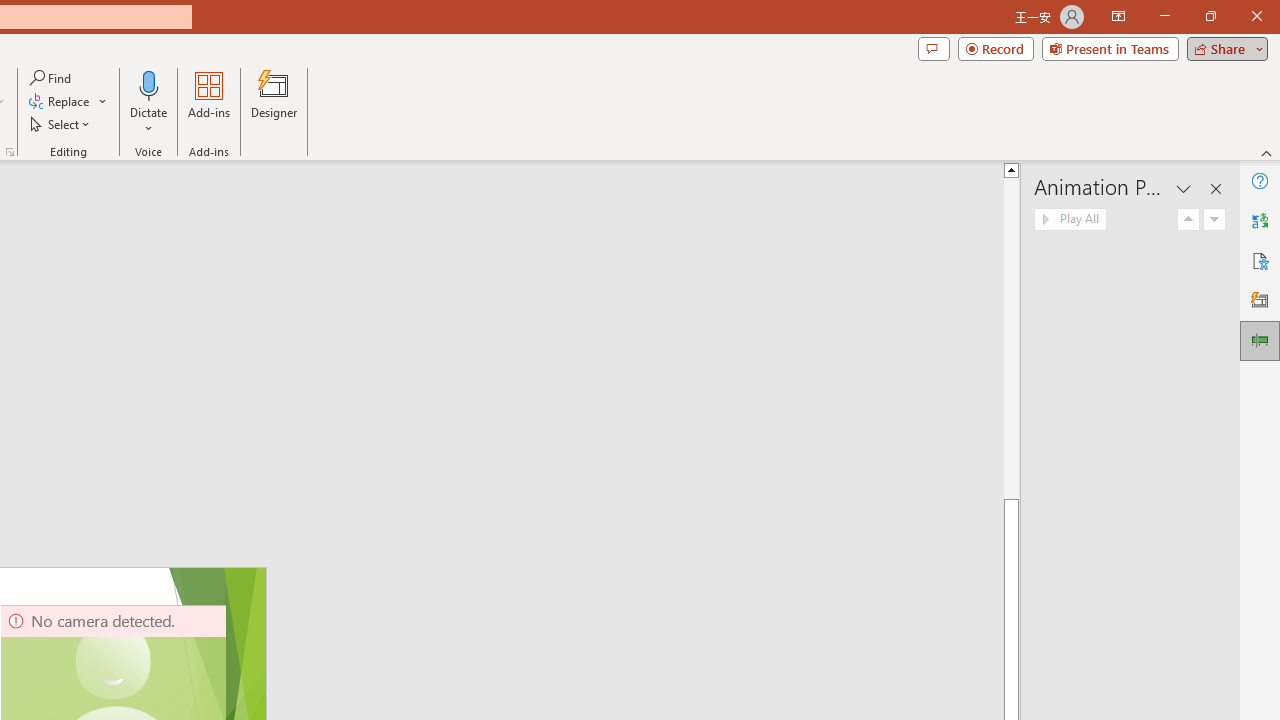 The width and height of the screenshot is (1280, 720). I want to click on 'Play All', so click(1069, 219).